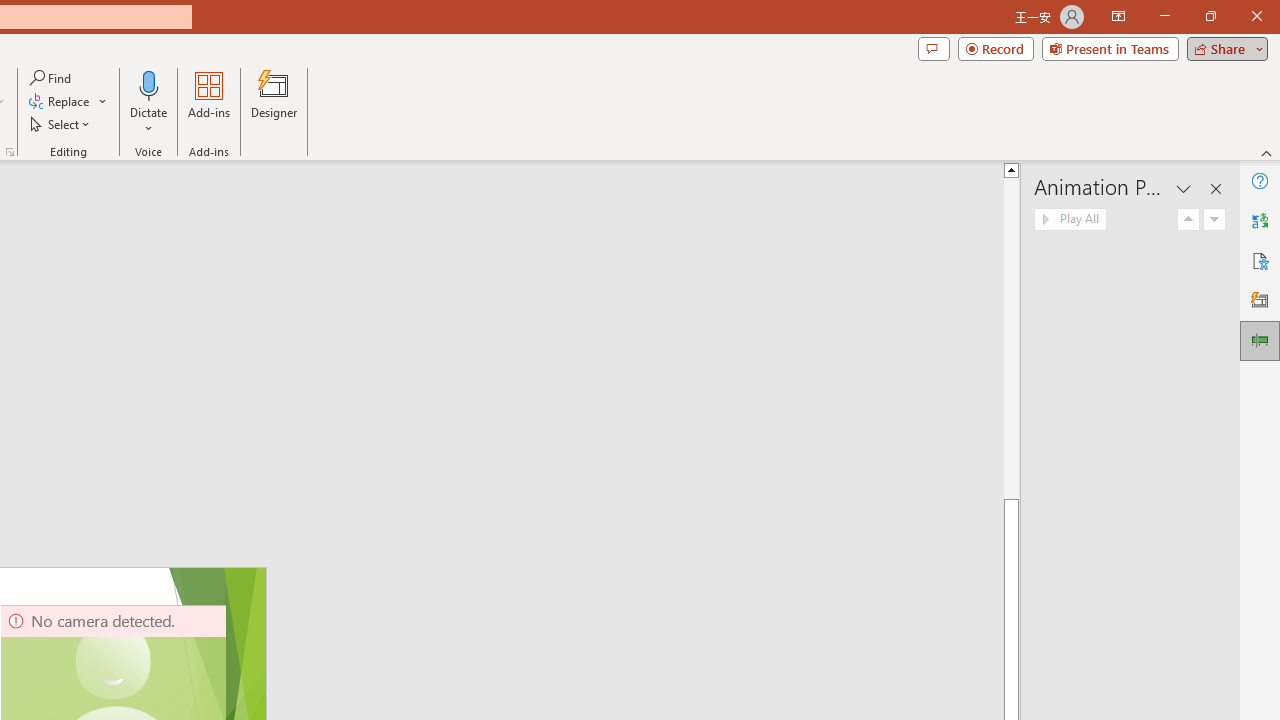 The width and height of the screenshot is (1280, 720). I want to click on 'Play All', so click(1069, 219).